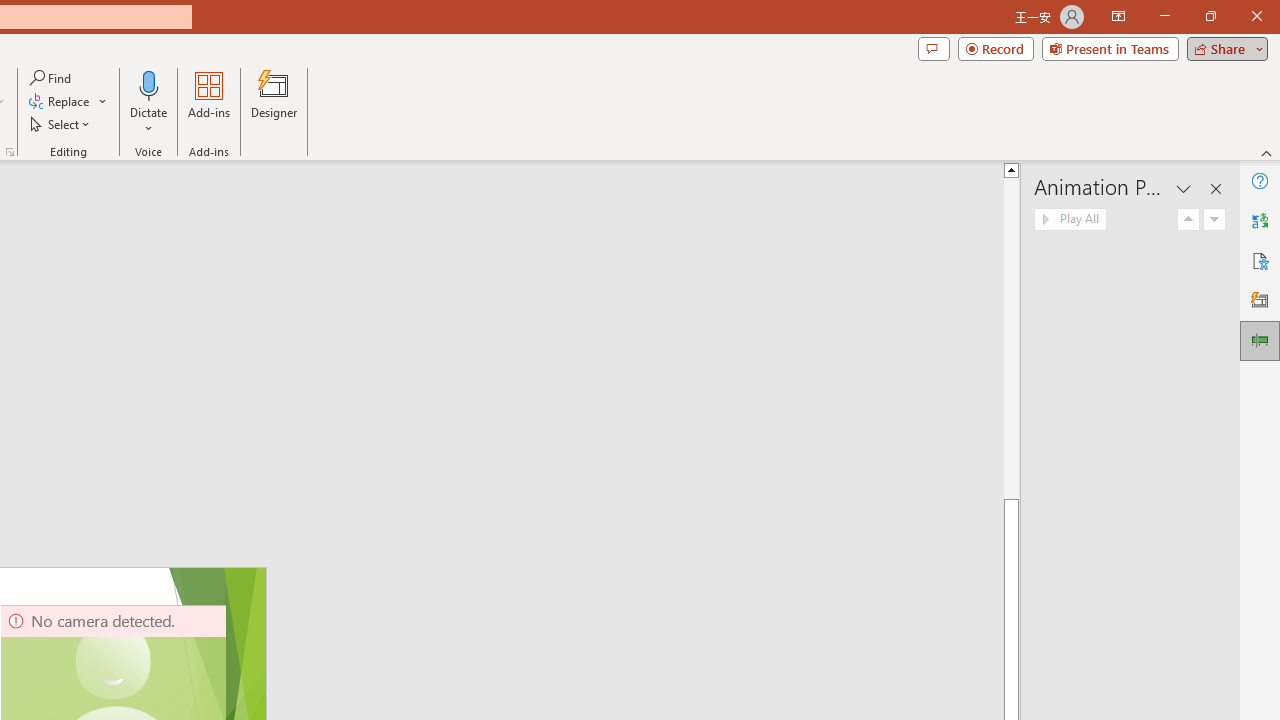 The width and height of the screenshot is (1280, 720). I want to click on 'Play All', so click(1069, 219).